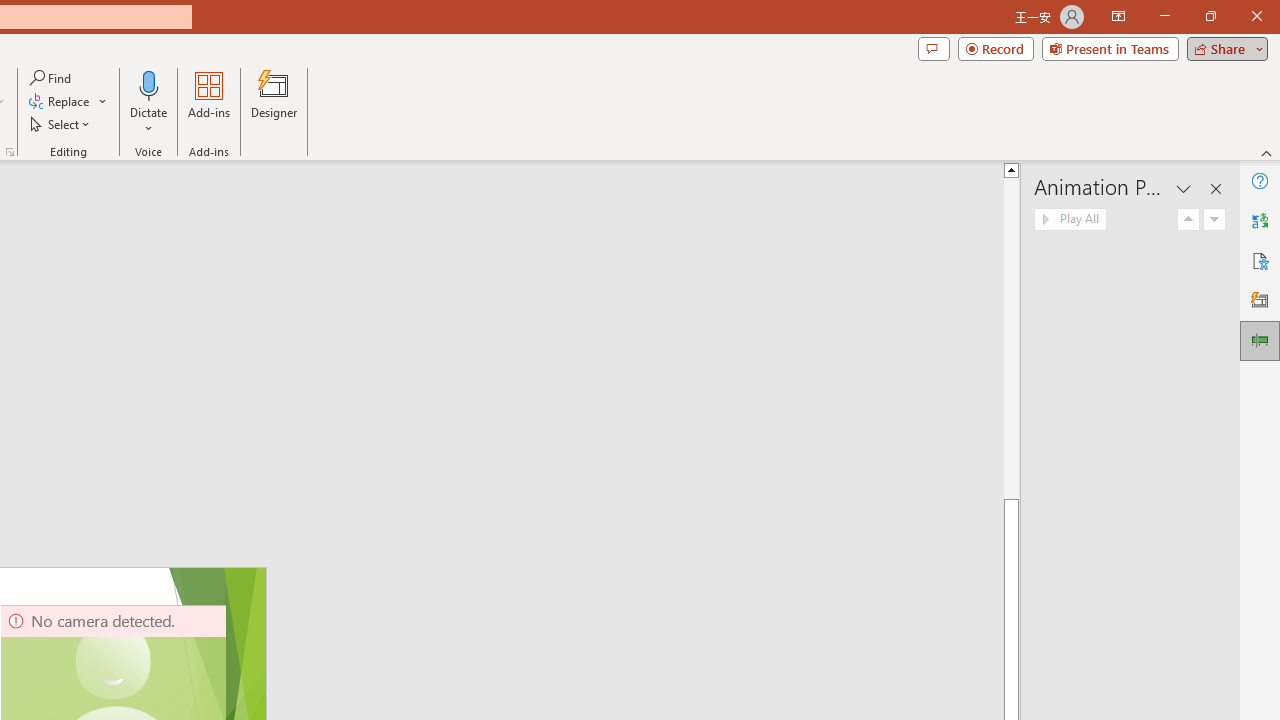 The width and height of the screenshot is (1280, 720). I want to click on 'Play All', so click(1069, 219).